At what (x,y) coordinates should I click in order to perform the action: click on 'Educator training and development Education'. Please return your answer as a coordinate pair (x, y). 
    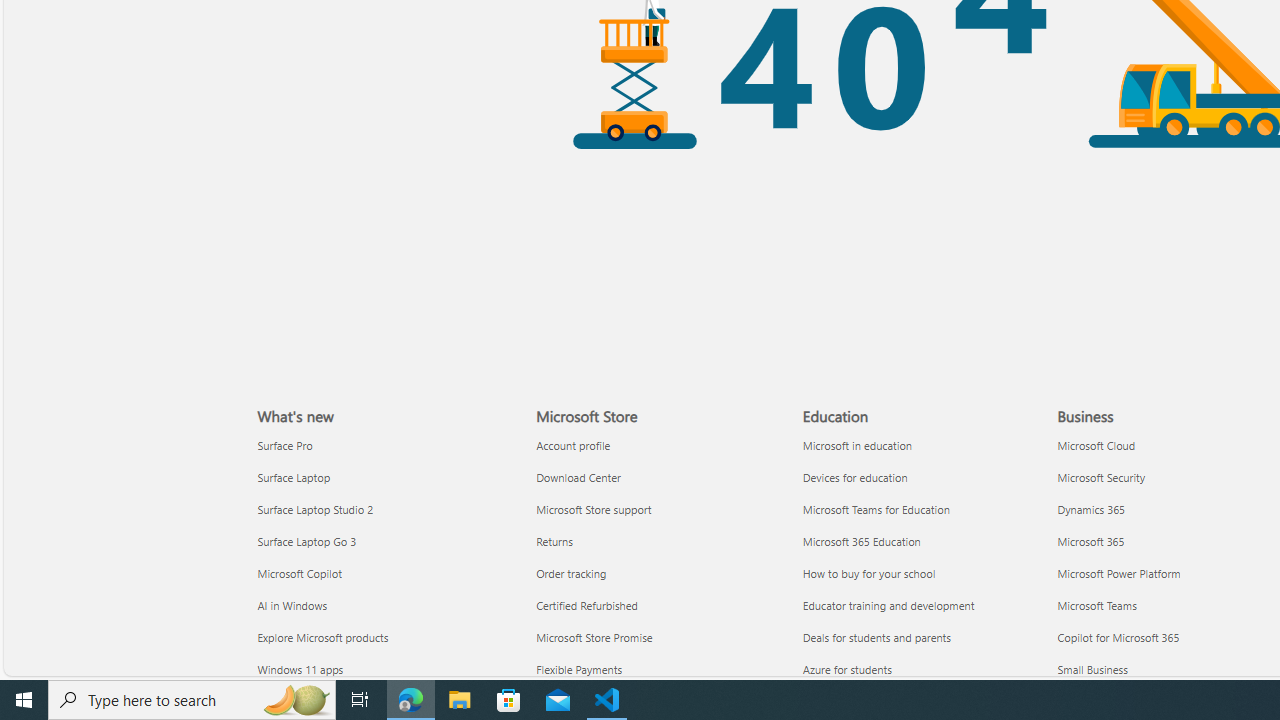
    Looking at the image, I should click on (887, 603).